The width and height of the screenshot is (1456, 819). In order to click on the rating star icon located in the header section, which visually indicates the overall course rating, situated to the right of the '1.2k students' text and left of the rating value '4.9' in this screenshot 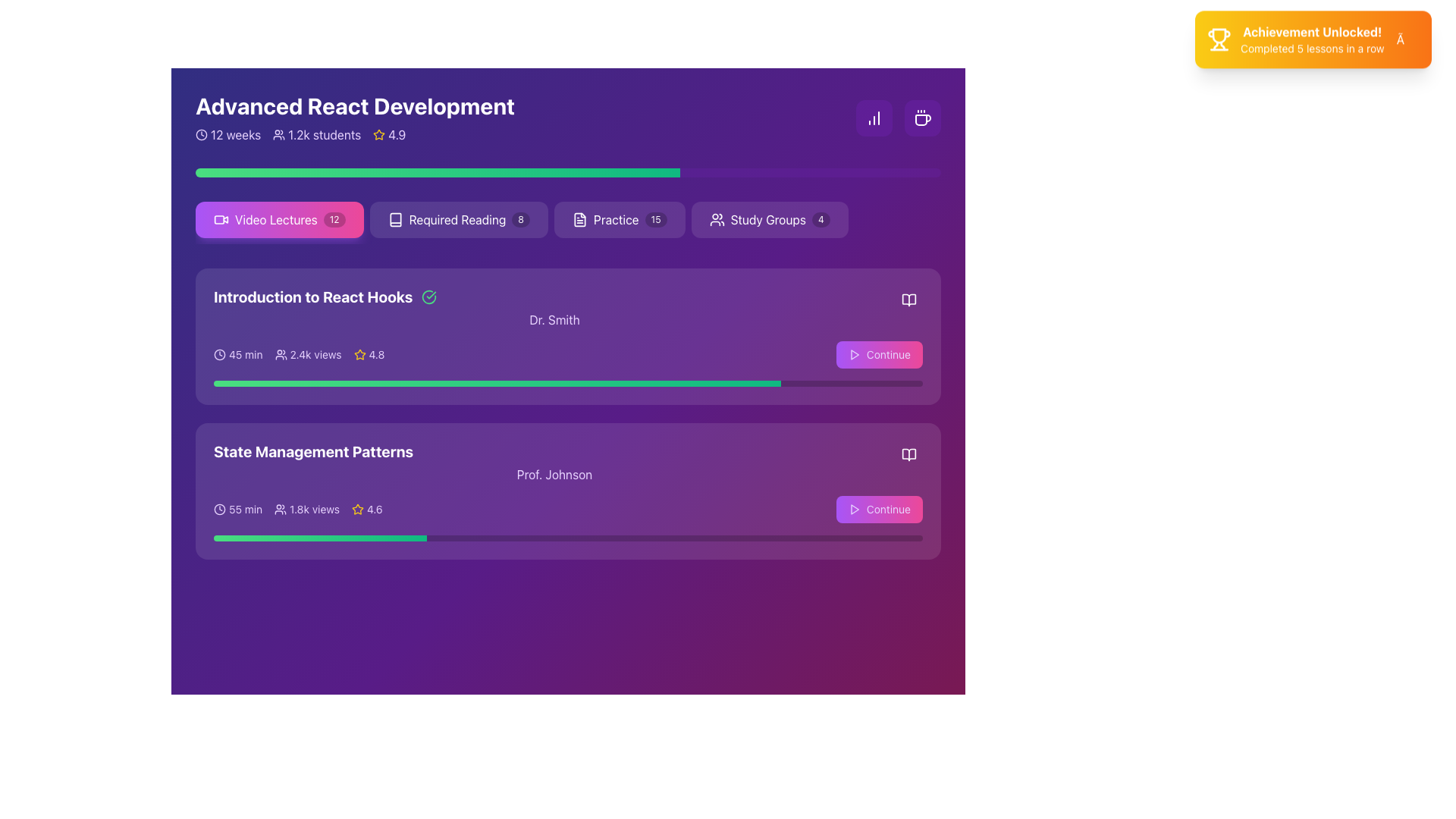, I will do `click(379, 133)`.